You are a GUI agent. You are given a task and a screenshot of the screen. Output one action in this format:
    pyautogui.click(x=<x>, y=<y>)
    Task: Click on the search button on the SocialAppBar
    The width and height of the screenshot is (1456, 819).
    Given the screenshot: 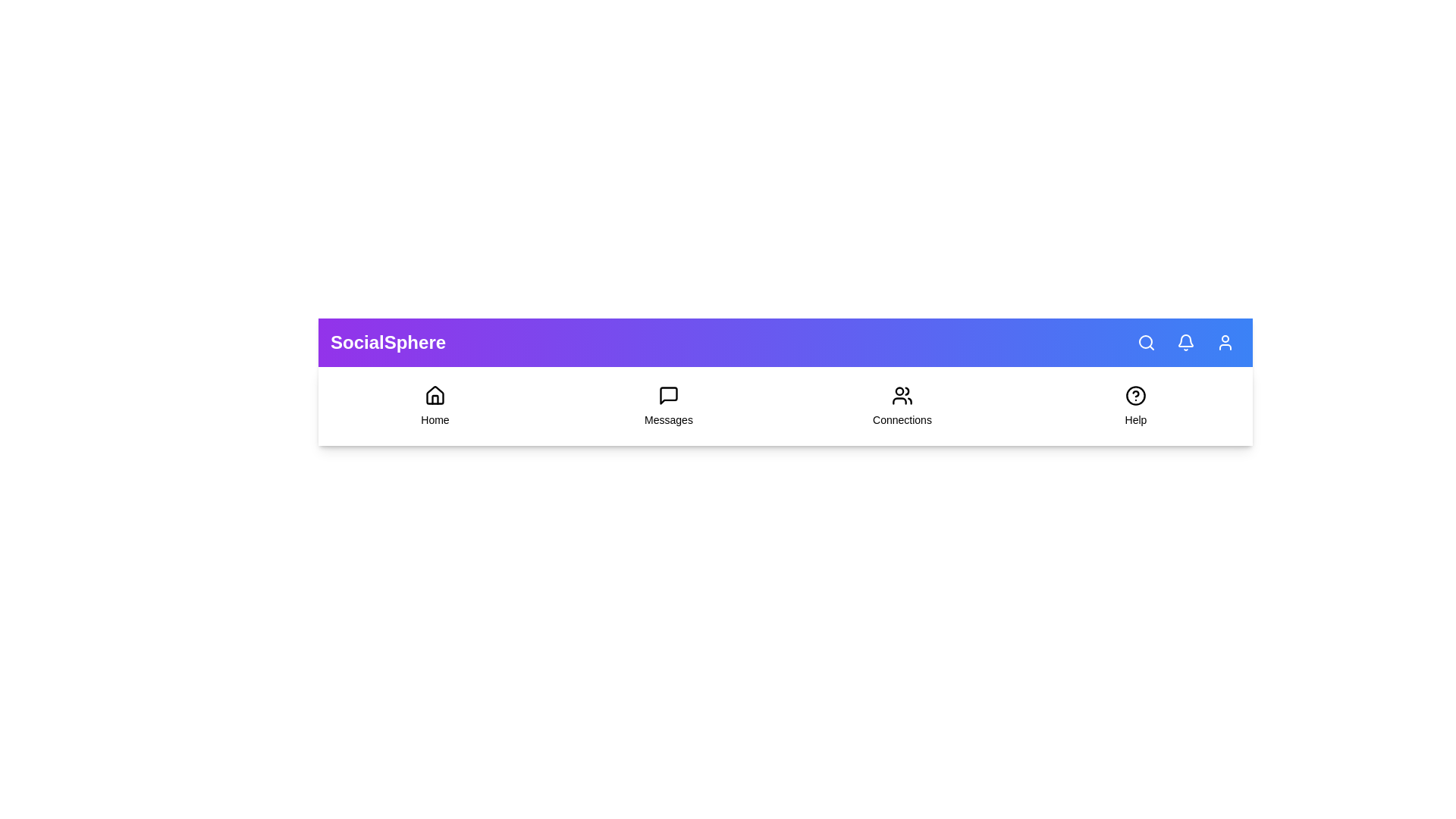 What is the action you would take?
    pyautogui.click(x=1147, y=342)
    